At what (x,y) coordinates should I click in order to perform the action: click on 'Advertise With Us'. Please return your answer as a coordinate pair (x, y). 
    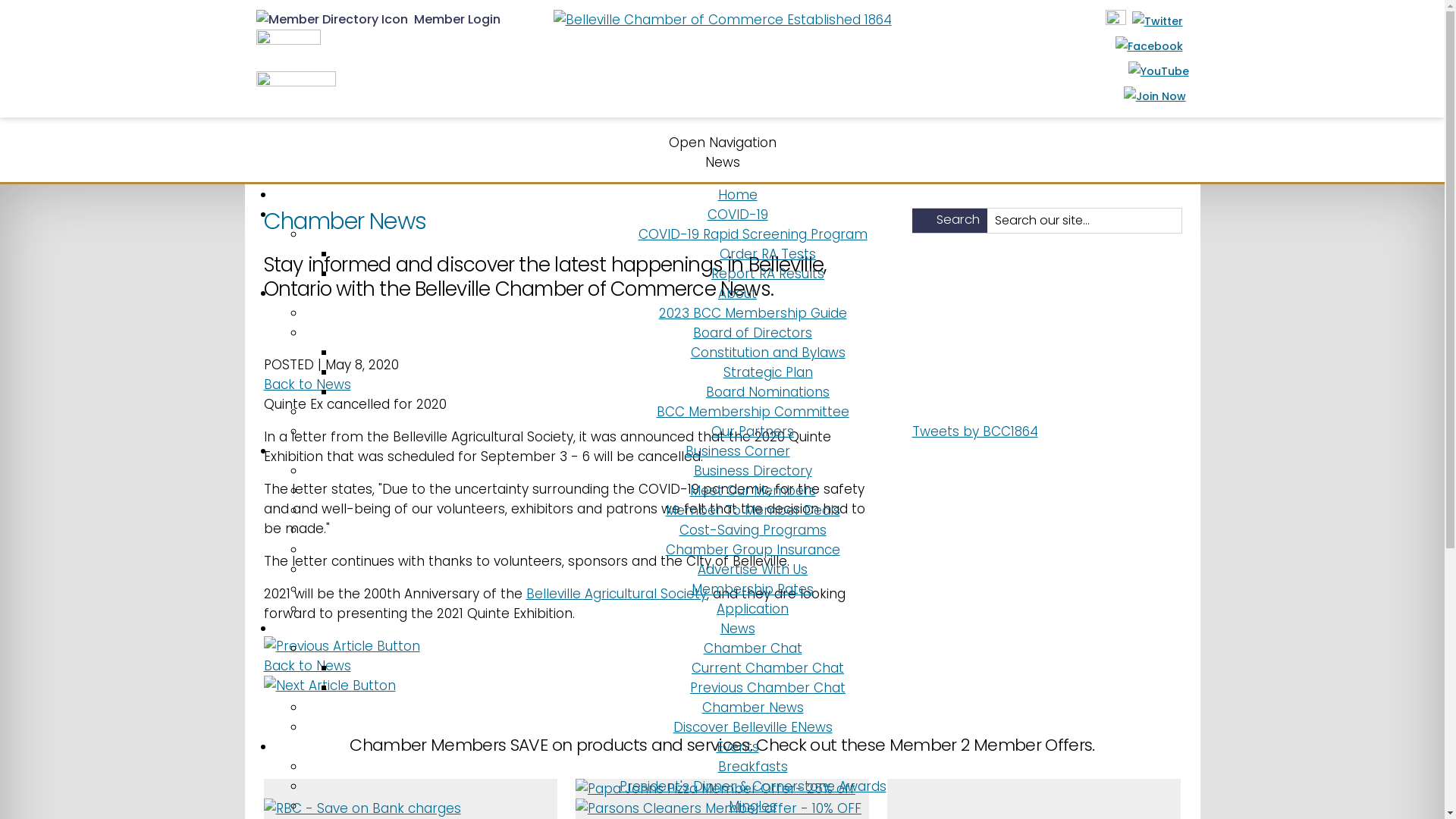
    Looking at the image, I should click on (752, 570).